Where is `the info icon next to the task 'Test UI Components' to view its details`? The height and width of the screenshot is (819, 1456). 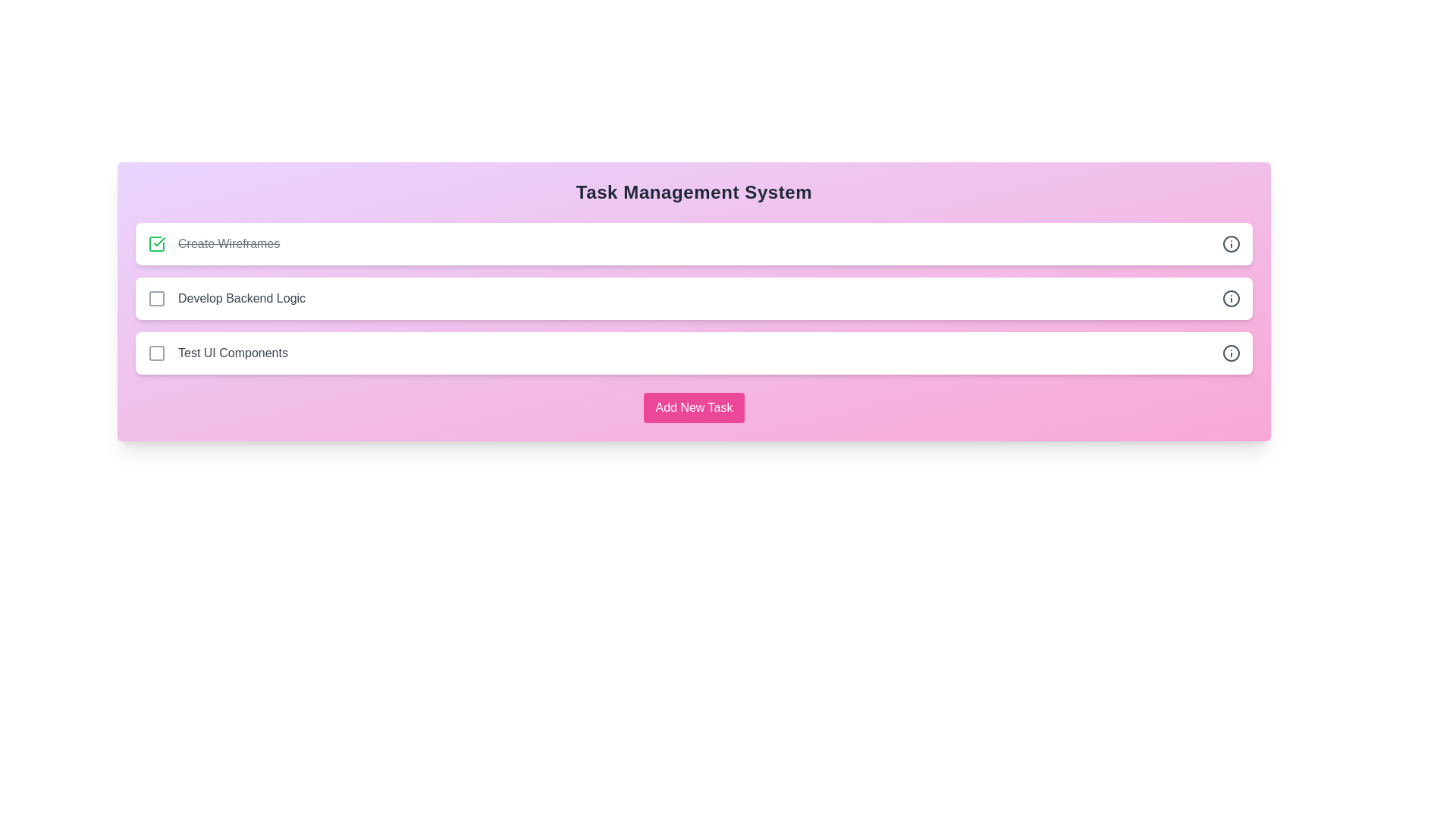
the info icon next to the task 'Test UI Components' to view its details is located at coordinates (1231, 353).